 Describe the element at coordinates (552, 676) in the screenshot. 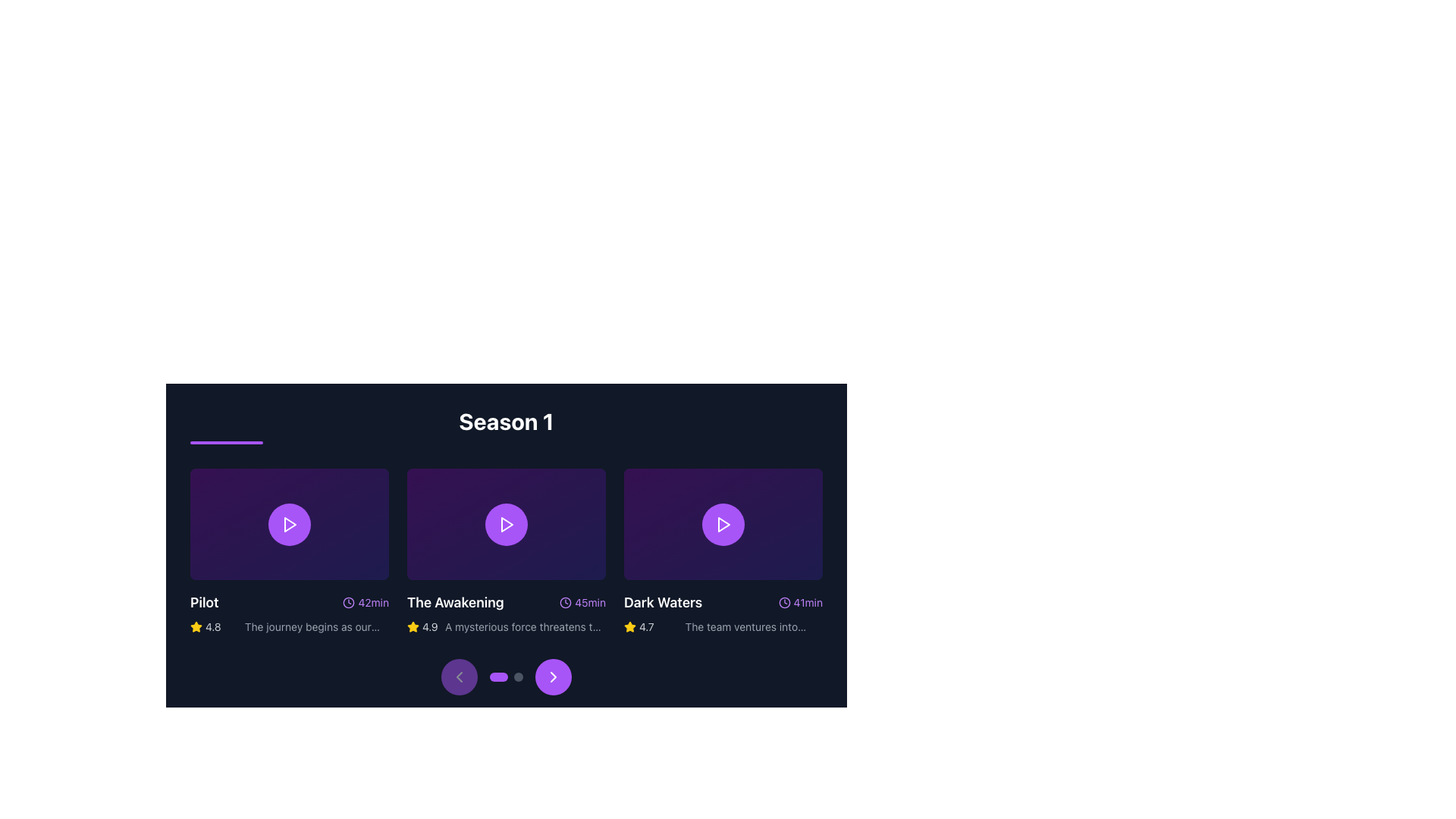

I see `the rightward-pointing chevron arrow icon, which is part of a button-like component located at the bottom center of the interface` at that location.